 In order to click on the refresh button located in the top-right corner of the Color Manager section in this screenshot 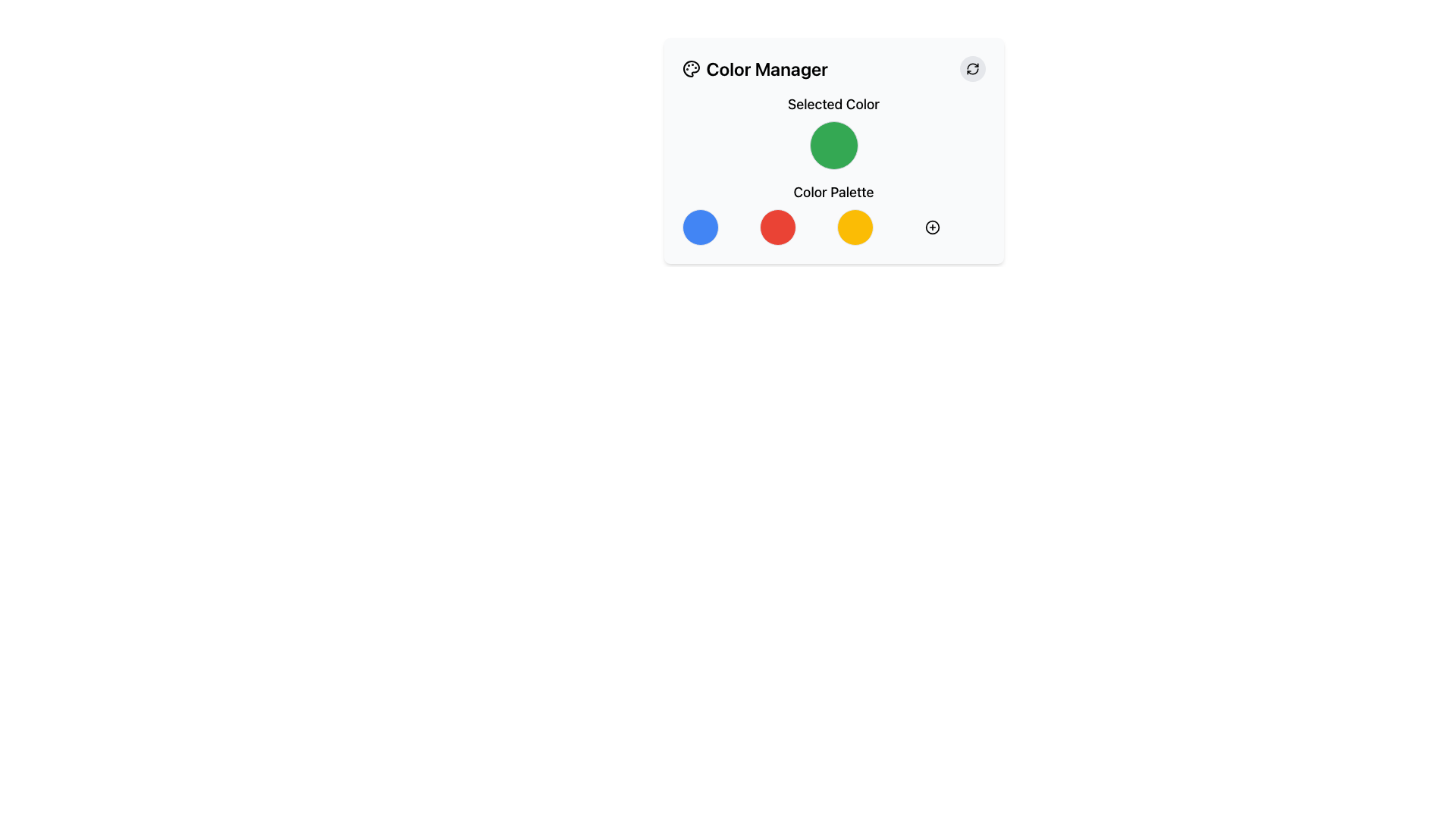, I will do `click(972, 69)`.